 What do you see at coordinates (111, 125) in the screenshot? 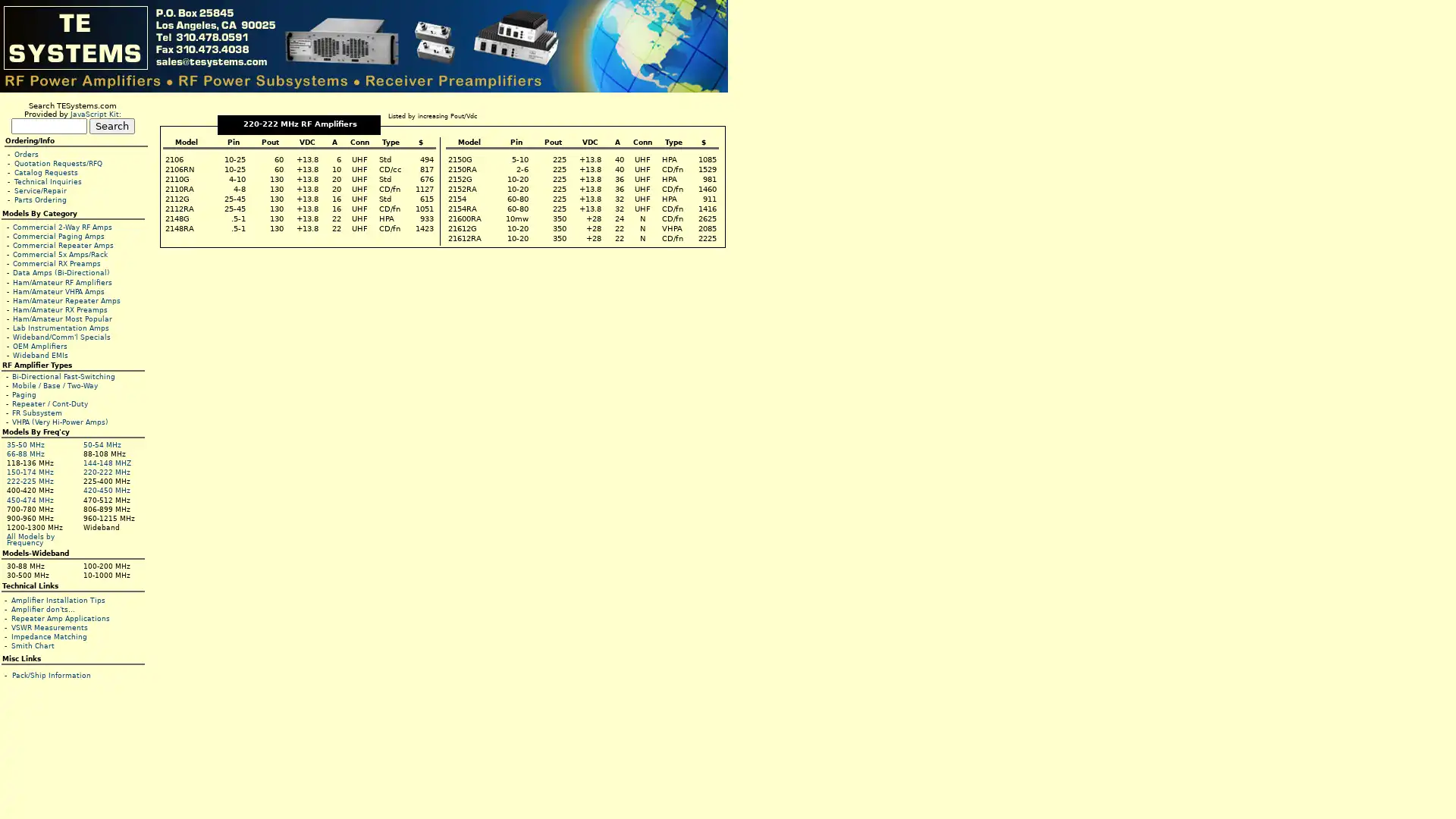
I see `Search` at bounding box center [111, 125].